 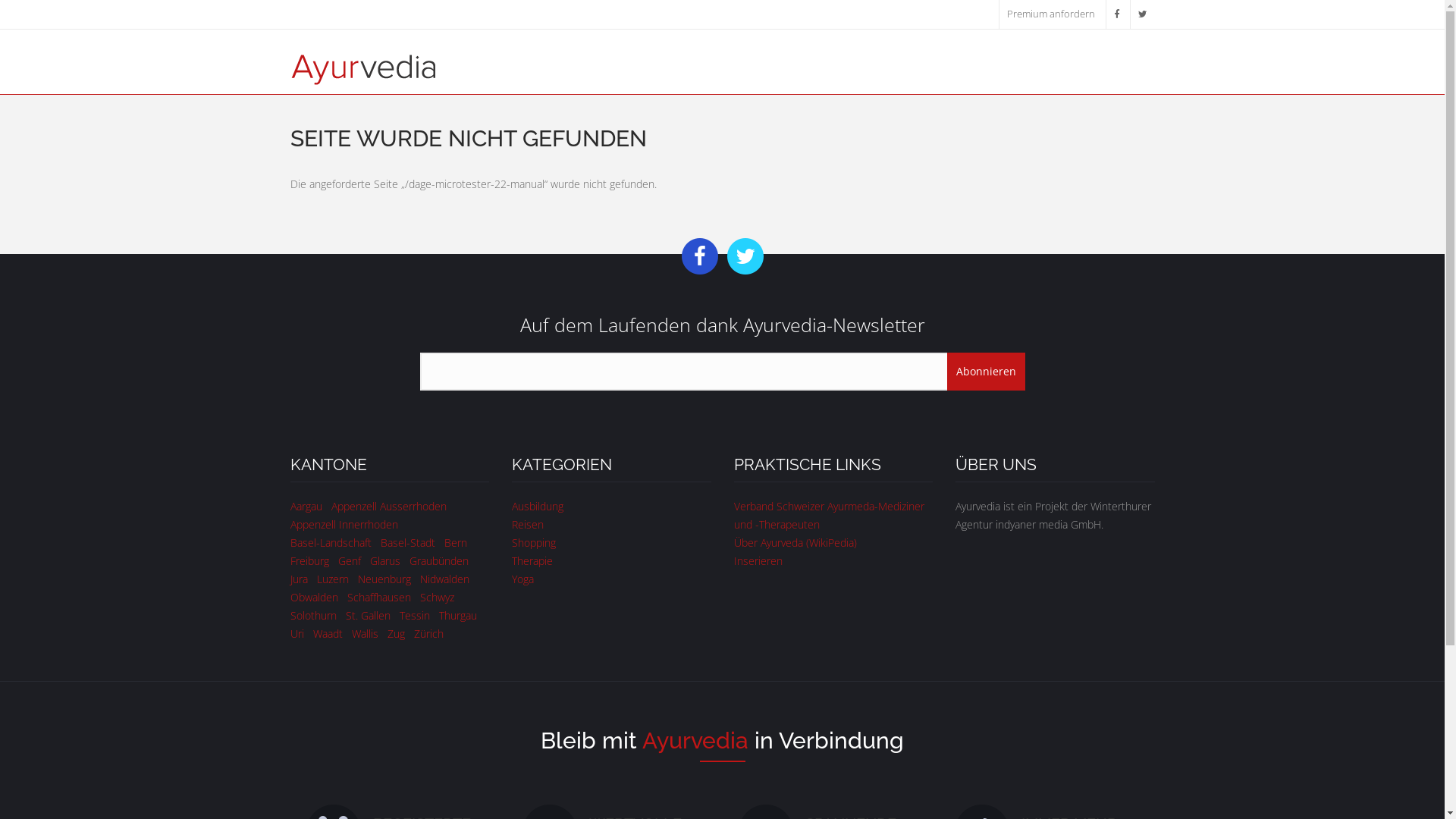 I want to click on 'Genf', so click(x=348, y=560).